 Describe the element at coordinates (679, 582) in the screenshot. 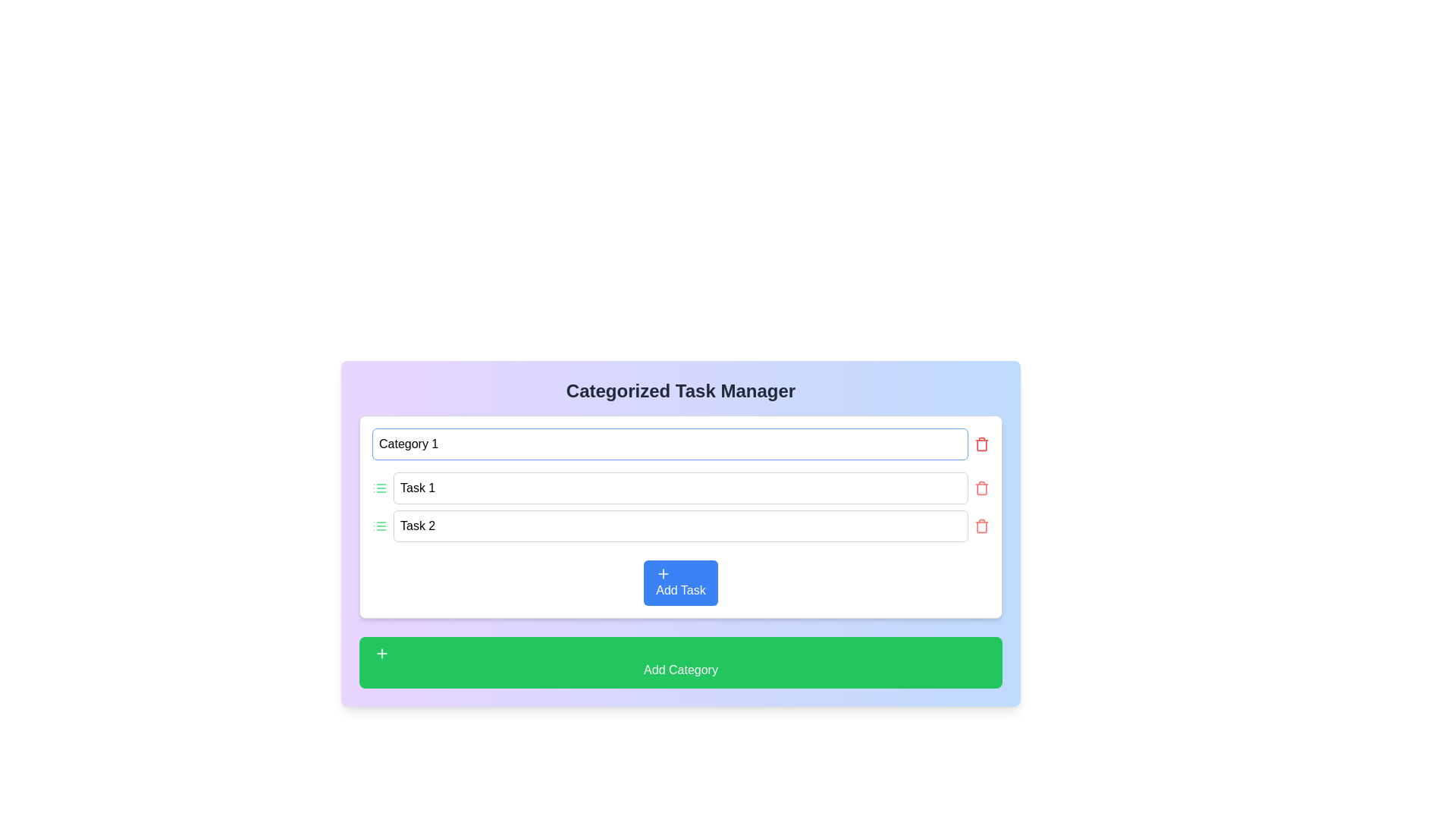

I see `the 'Add Task' button, which is a rectangular button with rounded corners, blue background, and white text, located beneath the 'Task 2' input field in the 'Categorized Task Manager'` at that location.